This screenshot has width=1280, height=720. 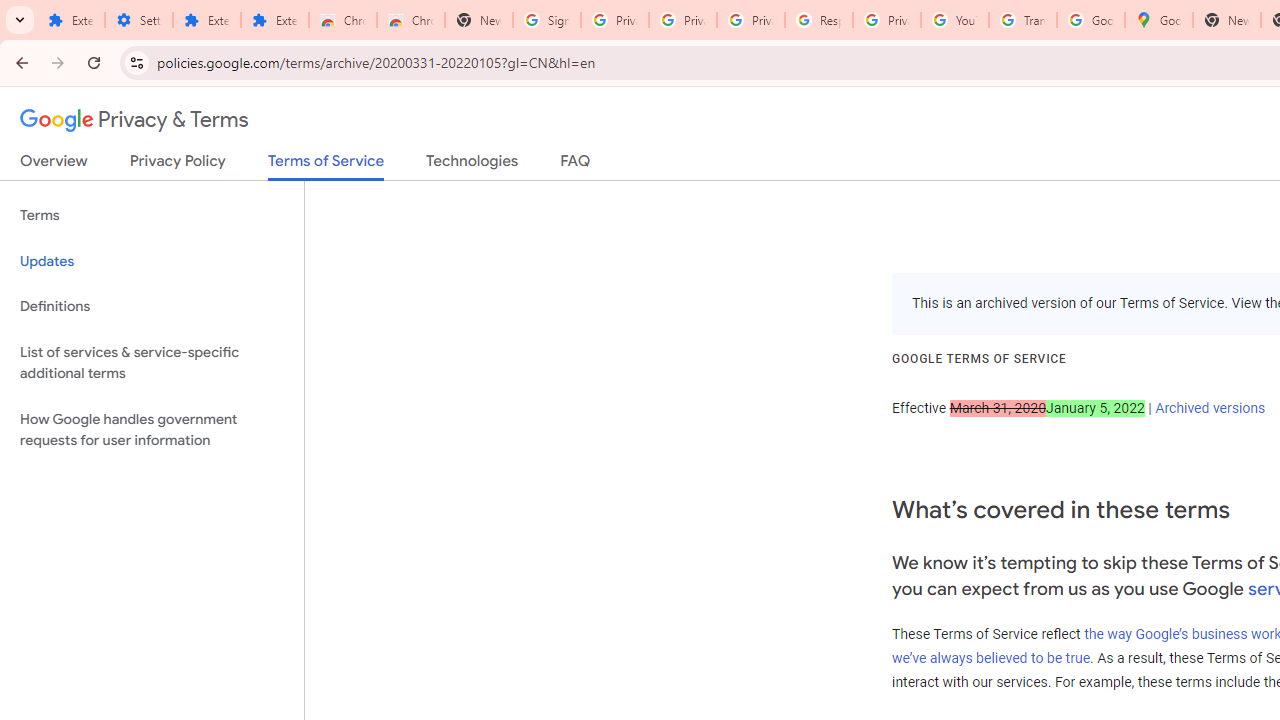 What do you see at coordinates (547, 20) in the screenshot?
I see `'Sign in - Google Accounts'` at bounding box center [547, 20].